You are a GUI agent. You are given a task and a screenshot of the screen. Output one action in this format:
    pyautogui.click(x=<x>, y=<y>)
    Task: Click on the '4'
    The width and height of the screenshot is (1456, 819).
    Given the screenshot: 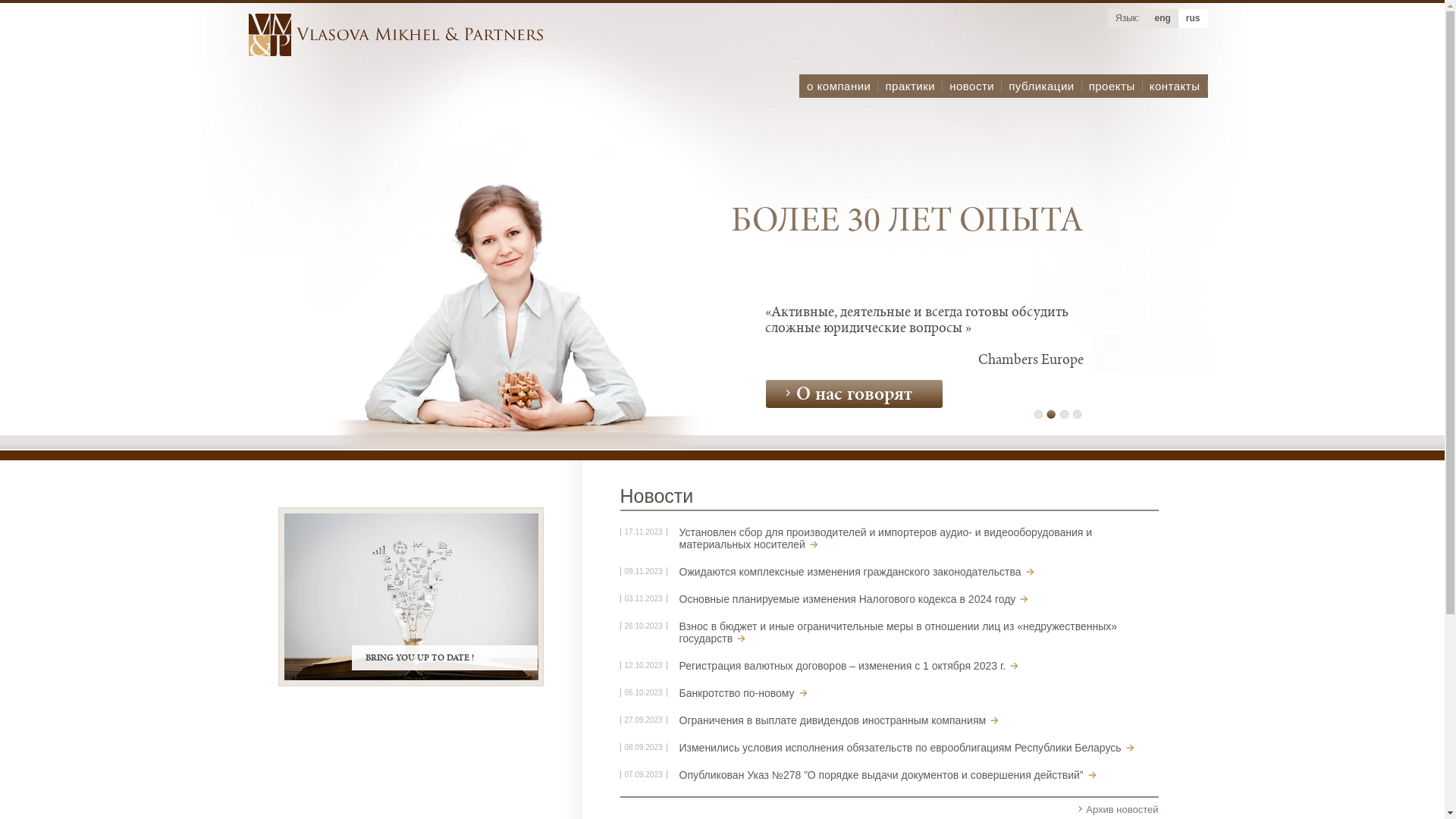 What is the action you would take?
    pyautogui.click(x=1076, y=414)
    